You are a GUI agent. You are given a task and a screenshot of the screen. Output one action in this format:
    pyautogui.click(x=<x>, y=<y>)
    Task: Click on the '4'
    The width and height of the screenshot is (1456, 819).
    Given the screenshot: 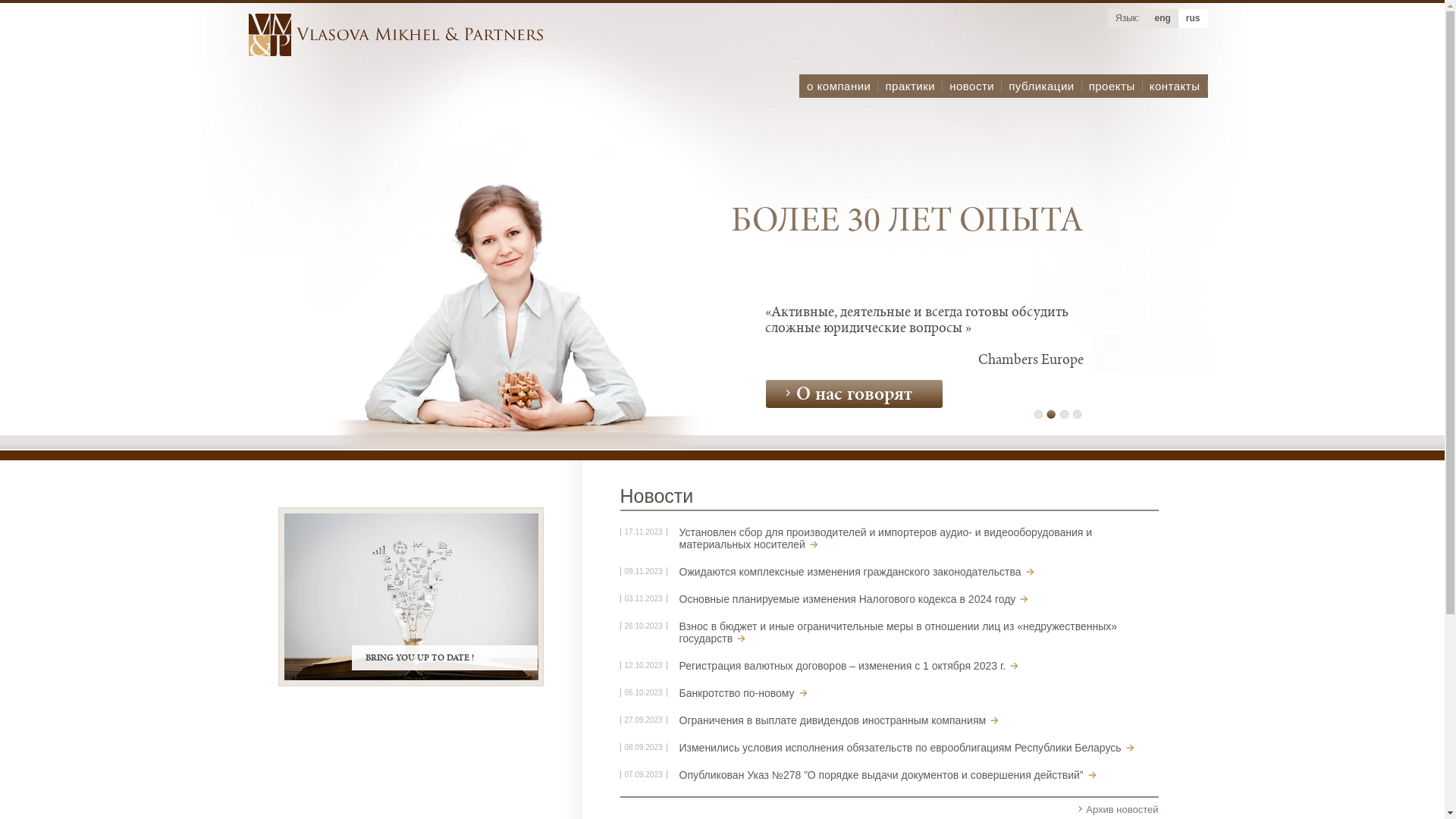 What is the action you would take?
    pyautogui.click(x=1076, y=414)
    